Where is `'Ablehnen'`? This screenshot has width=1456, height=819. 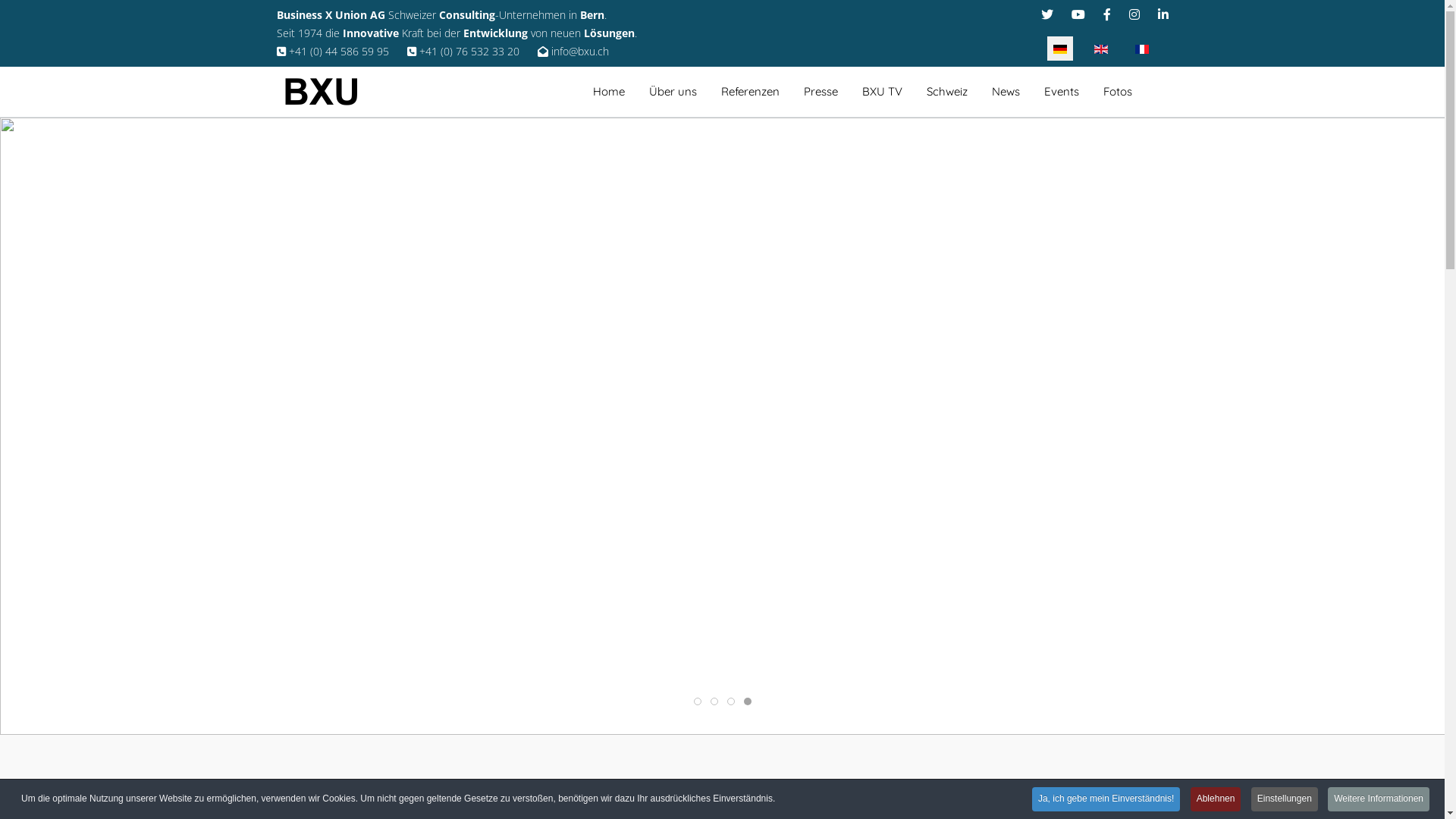 'Ablehnen' is located at coordinates (1216, 798).